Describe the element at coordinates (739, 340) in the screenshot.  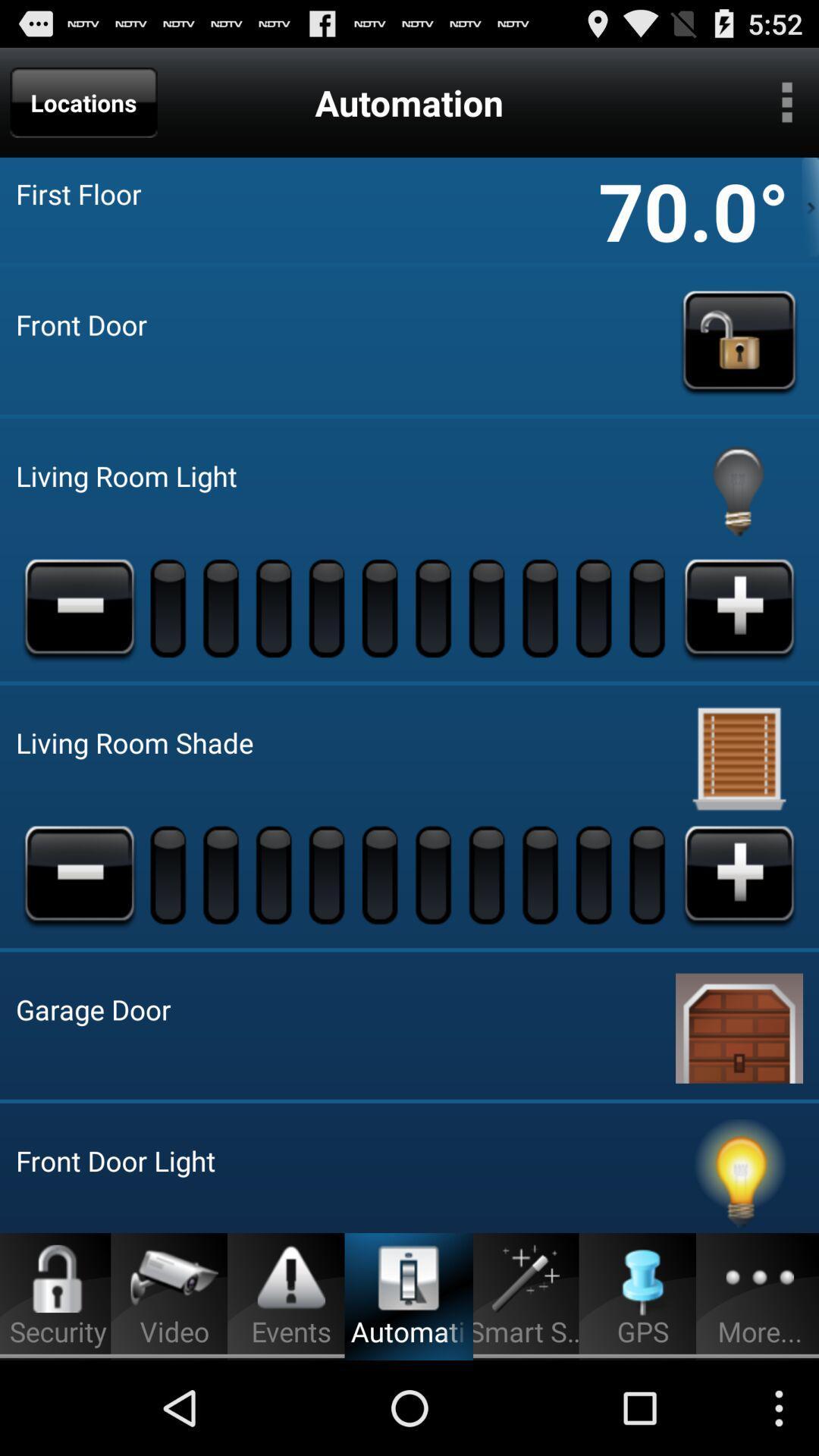
I see `lock front door` at that location.